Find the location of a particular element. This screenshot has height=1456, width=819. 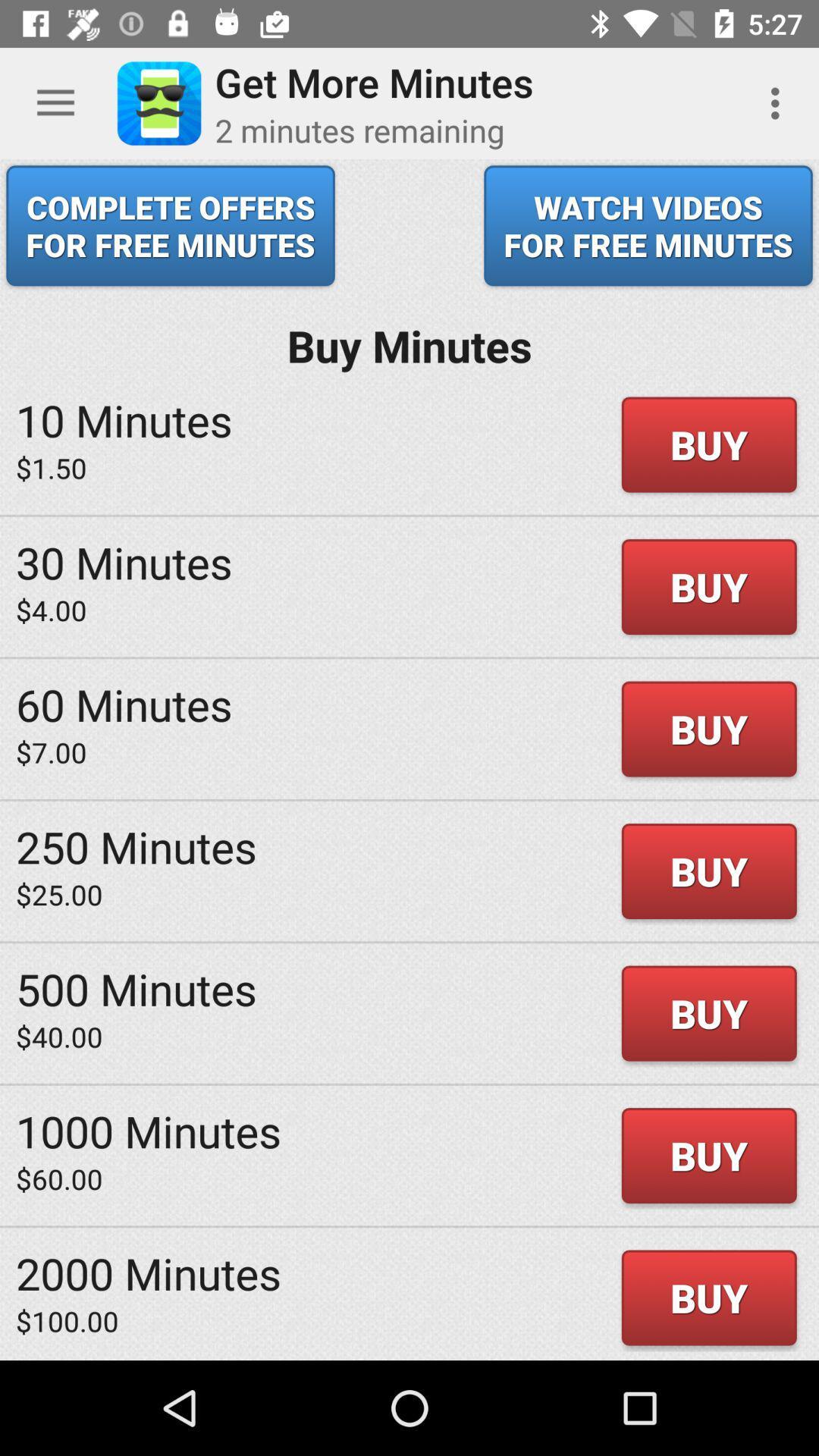

the icon above the $7.00 icon is located at coordinates (123, 703).